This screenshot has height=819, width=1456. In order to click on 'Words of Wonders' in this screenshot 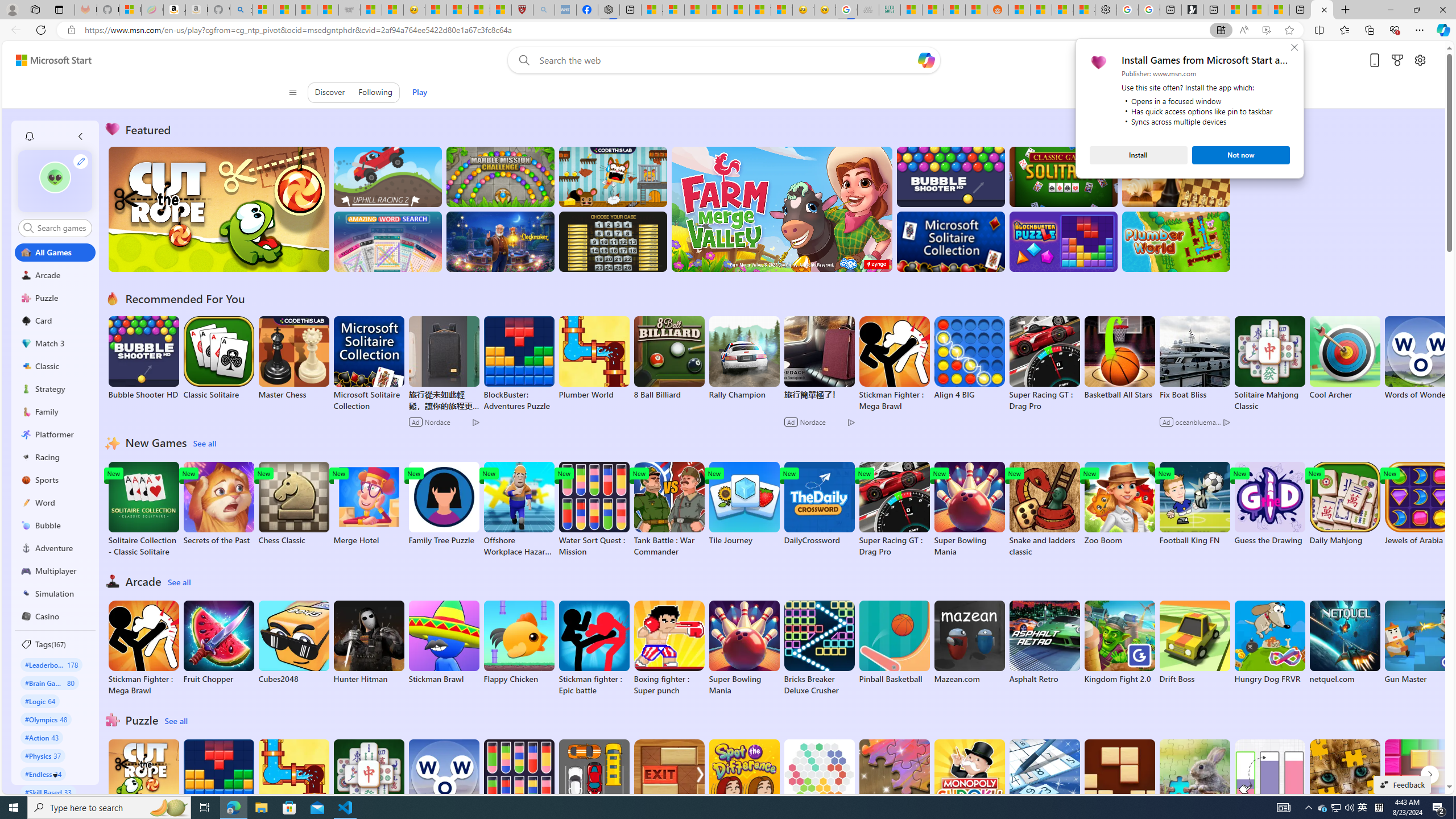, I will do `click(442, 781)`.